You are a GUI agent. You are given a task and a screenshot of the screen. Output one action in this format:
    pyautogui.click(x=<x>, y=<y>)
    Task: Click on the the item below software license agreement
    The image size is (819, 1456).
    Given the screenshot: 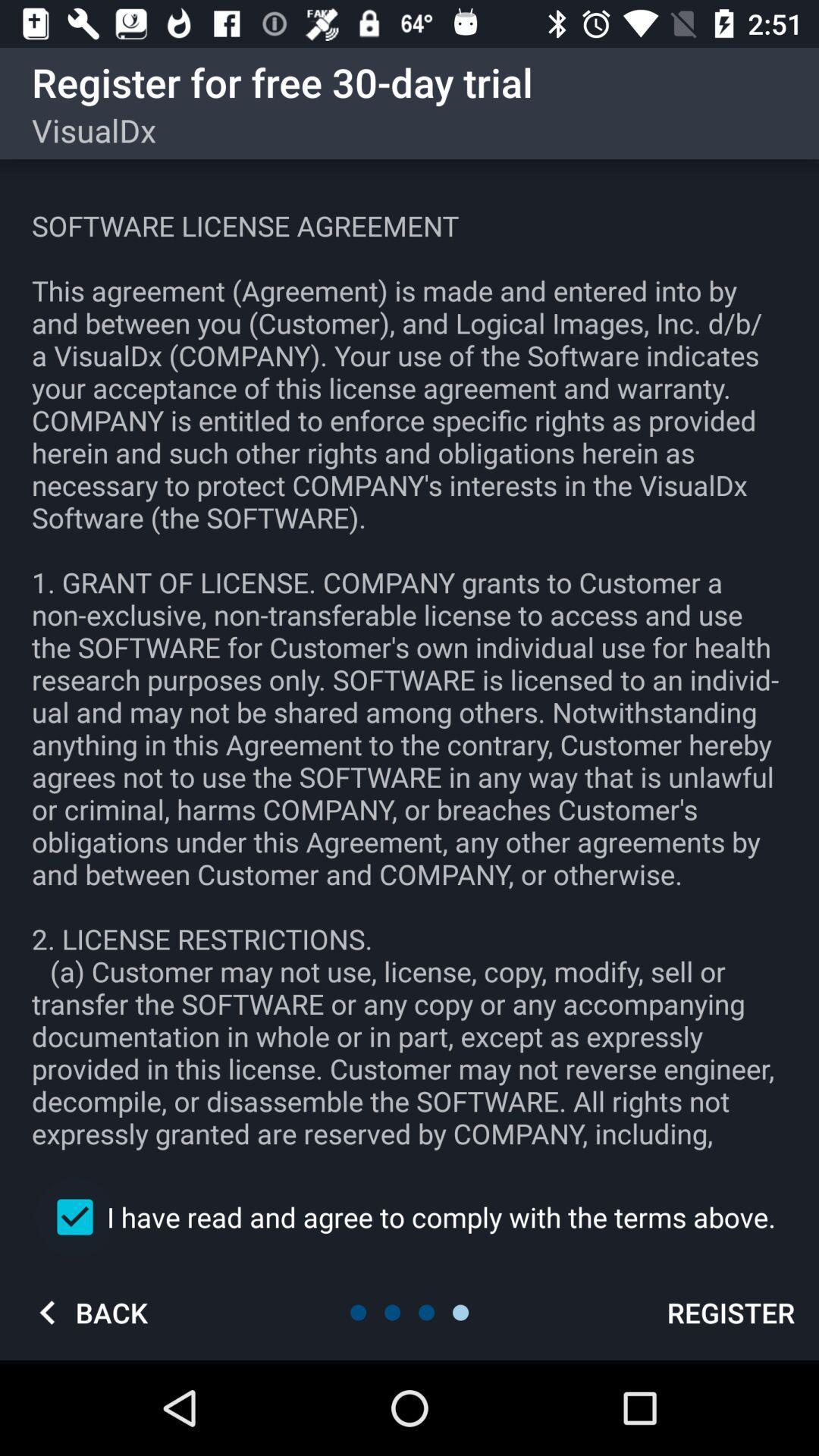 What is the action you would take?
    pyautogui.click(x=409, y=1216)
    